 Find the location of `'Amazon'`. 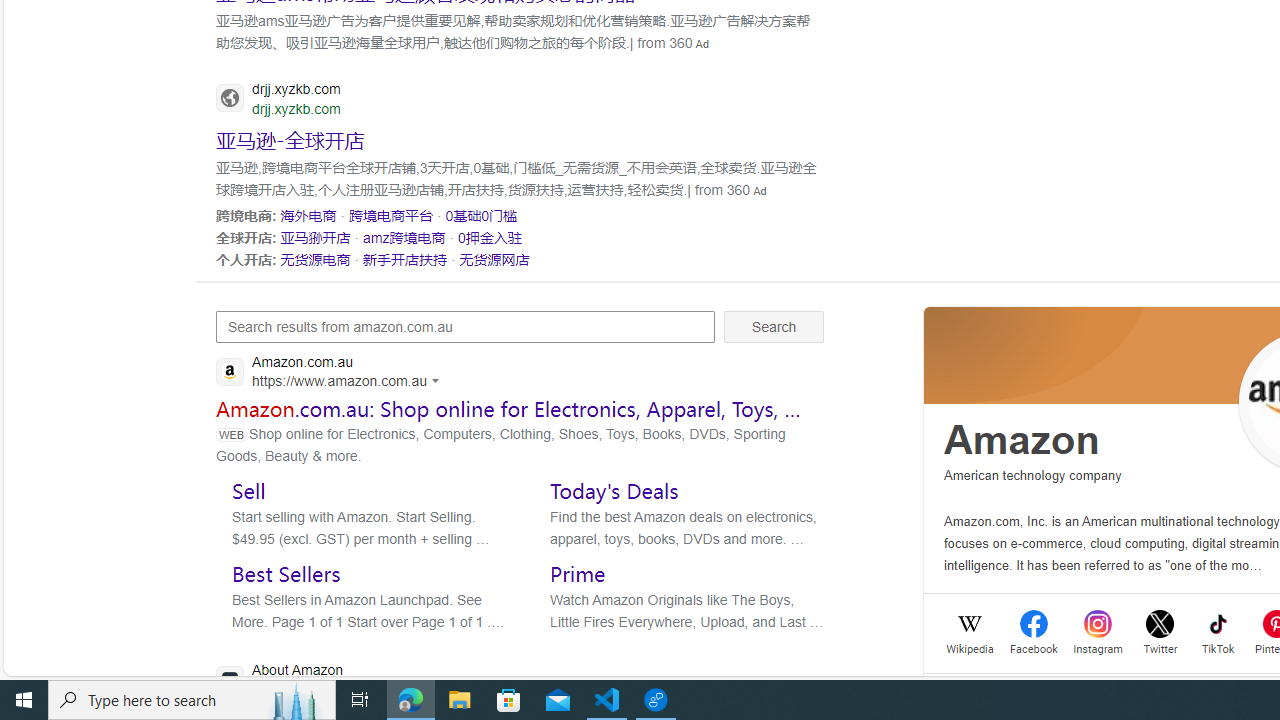

'Amazon' is located at coordinates (1022, 439).